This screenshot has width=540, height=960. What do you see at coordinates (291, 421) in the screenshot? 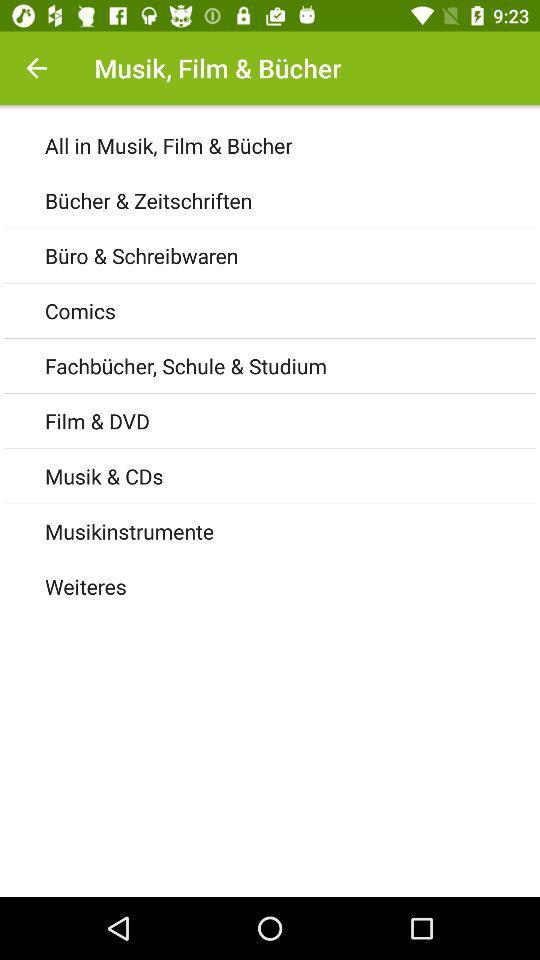
I see `the icon above the musik & cds` at bounding box center [291, 421].